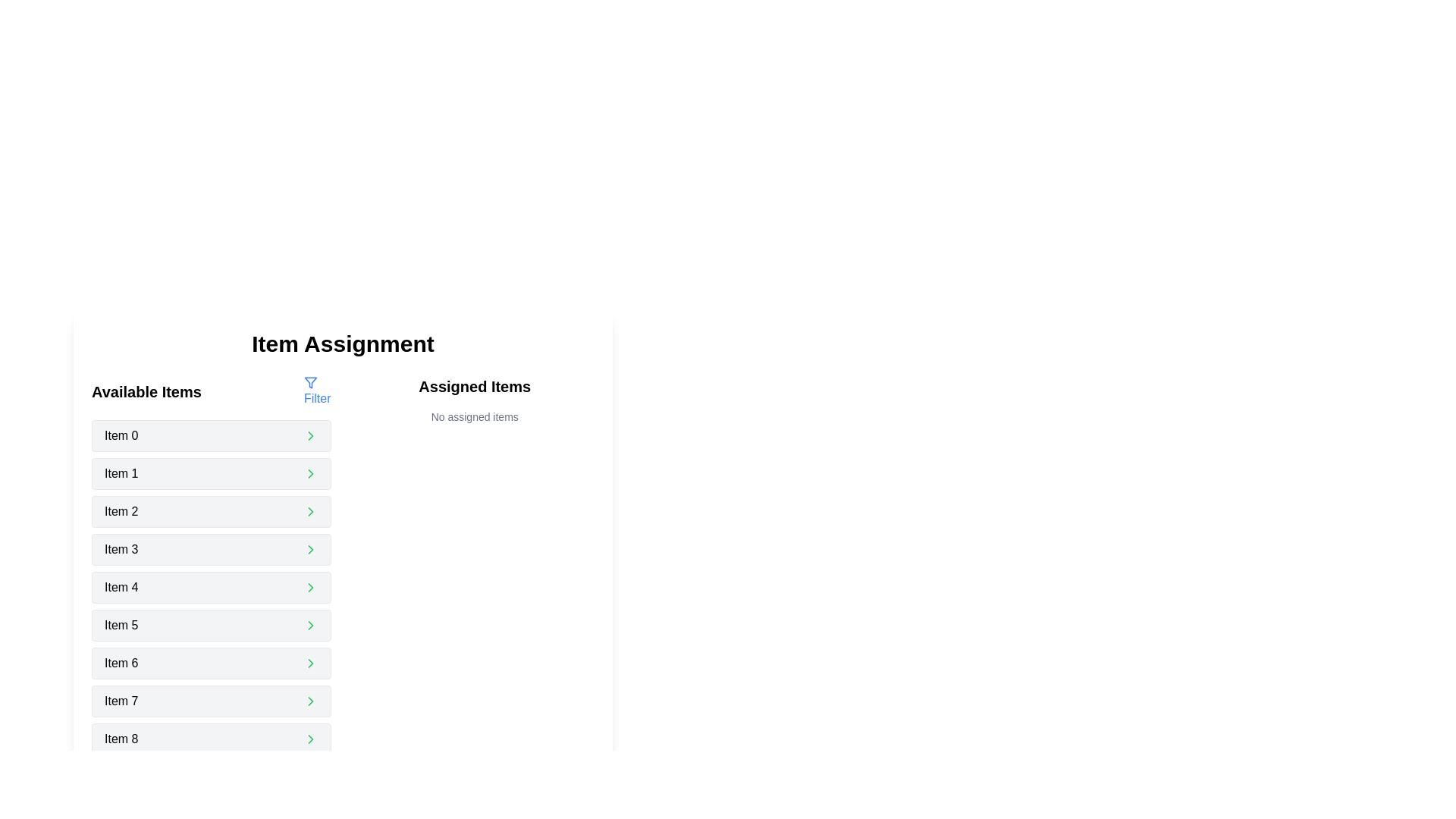  I want to click on the green chevron icon adjacent to 'Item 2' in the 'Available Items' list, so click(309, 512).